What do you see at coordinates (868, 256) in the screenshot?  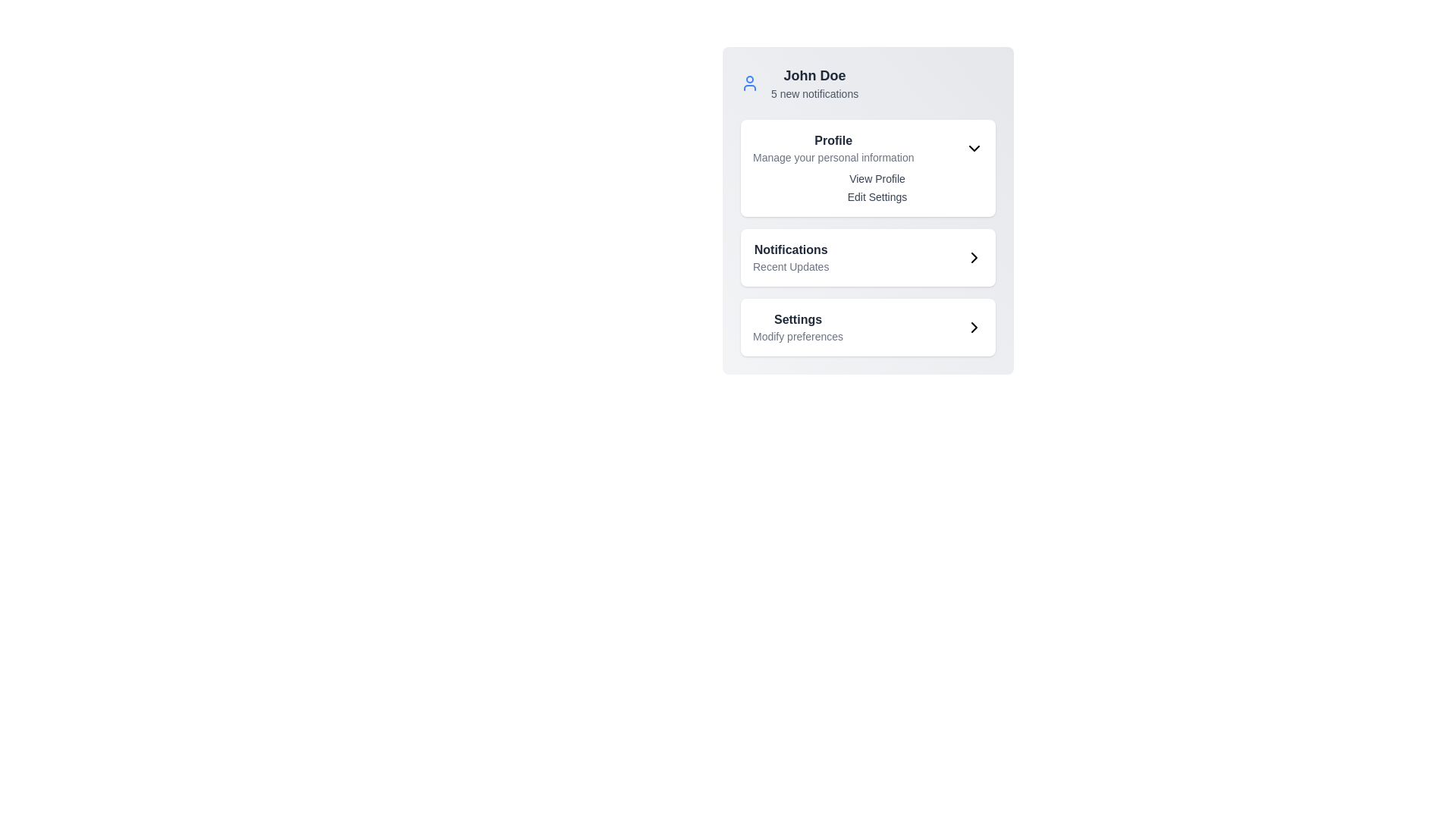 I see `the second card button in the vertical list that navigates to the detailed notification page or recent updates section for keyboard navigation` at bounding box center [868, 256].